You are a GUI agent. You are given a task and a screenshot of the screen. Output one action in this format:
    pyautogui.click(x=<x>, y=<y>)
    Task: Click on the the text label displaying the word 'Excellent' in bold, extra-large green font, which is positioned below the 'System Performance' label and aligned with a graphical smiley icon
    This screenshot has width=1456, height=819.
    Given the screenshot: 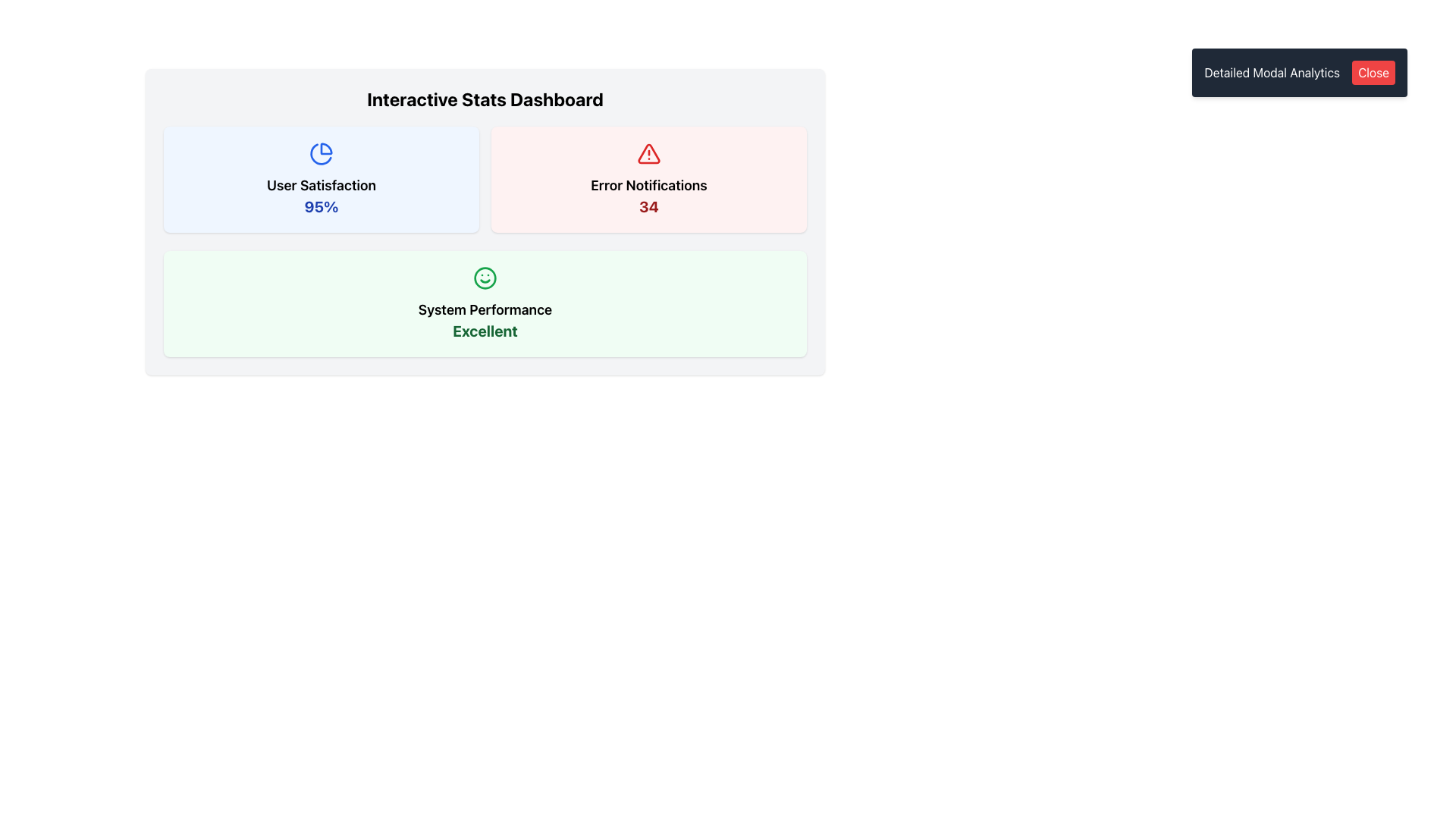 What is the action you would take?
    pyautogui.click(x=484, y=330)
    